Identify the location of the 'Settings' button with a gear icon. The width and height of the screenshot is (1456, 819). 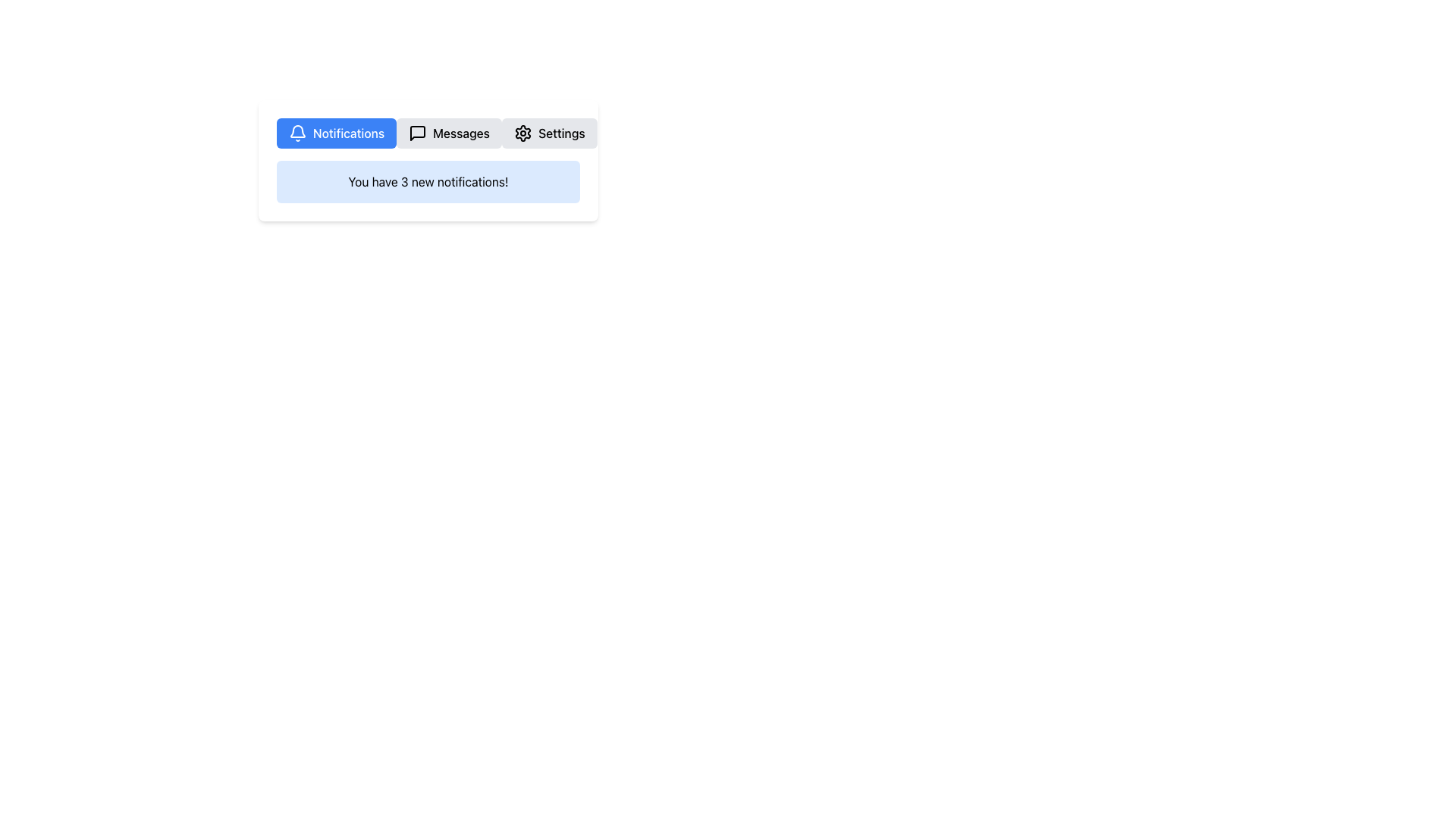
(548, 133).